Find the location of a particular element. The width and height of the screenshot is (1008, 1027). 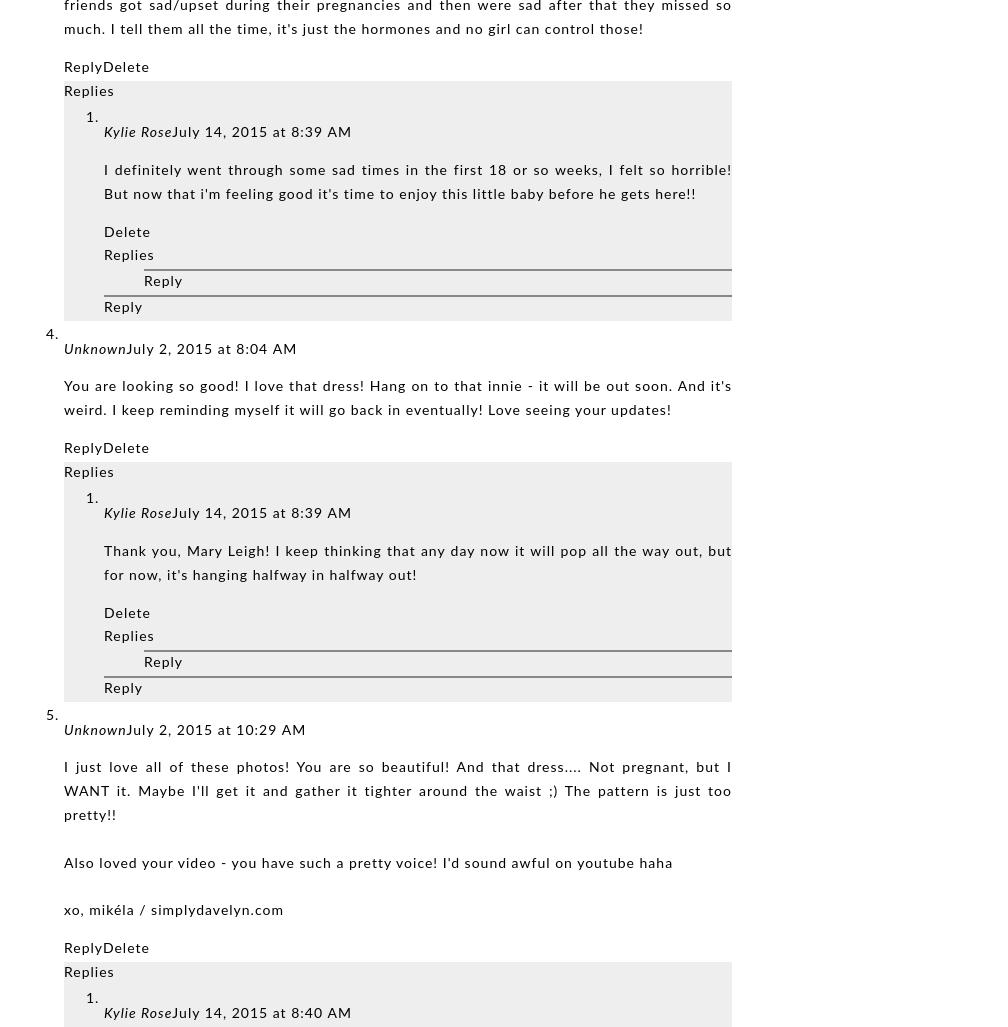

'Also loved your video - you have such a pretty voice! I'd sound awful on youtube haha' is located at coordinates (64, 861).